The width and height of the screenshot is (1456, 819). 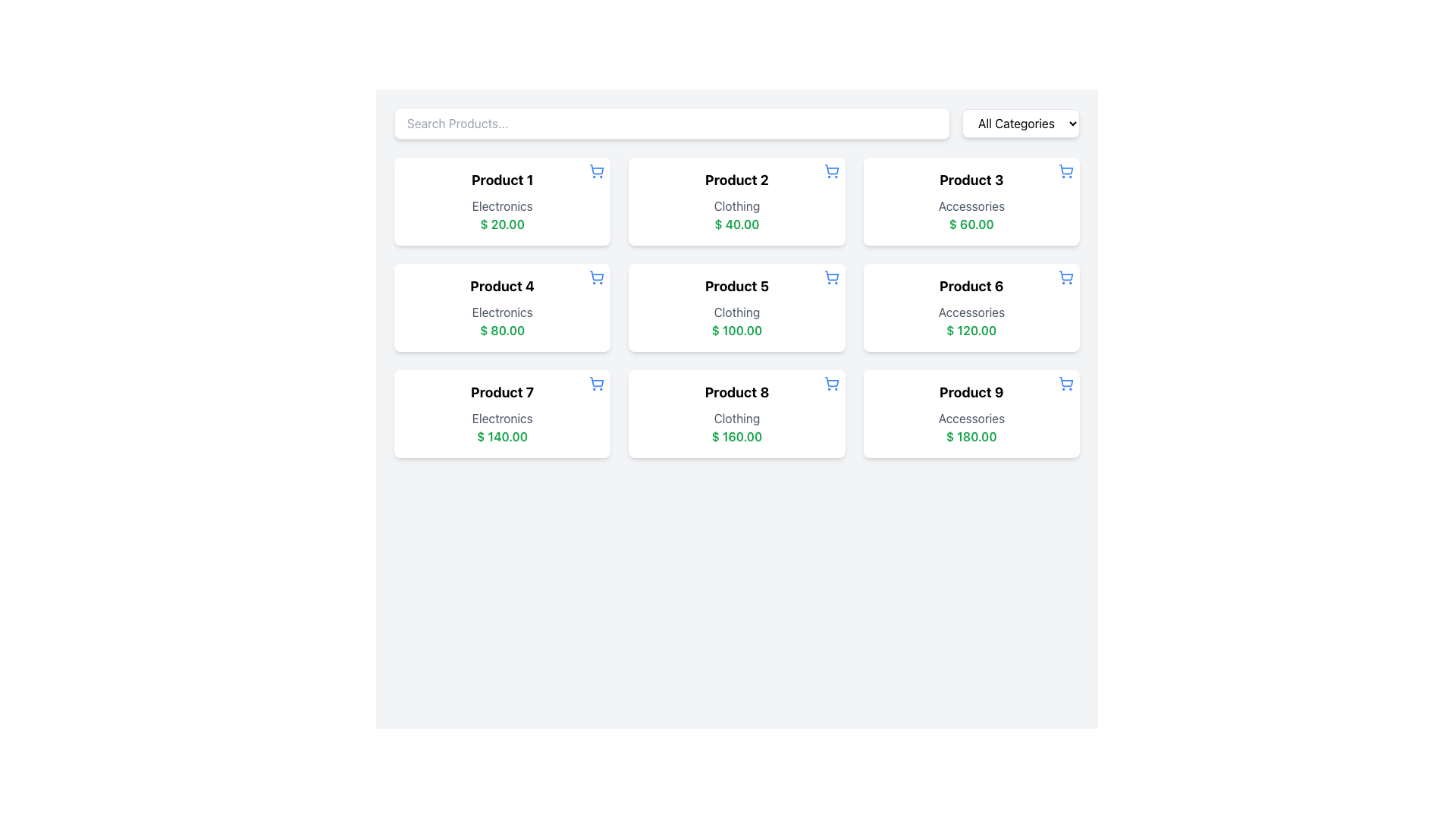 What do you see at coordinates (736, 287) in the screenshot?
I see `the product title text label in the second row and second column of the grid layout, which identifies the item being displayed` at bounding box center [736, 287].